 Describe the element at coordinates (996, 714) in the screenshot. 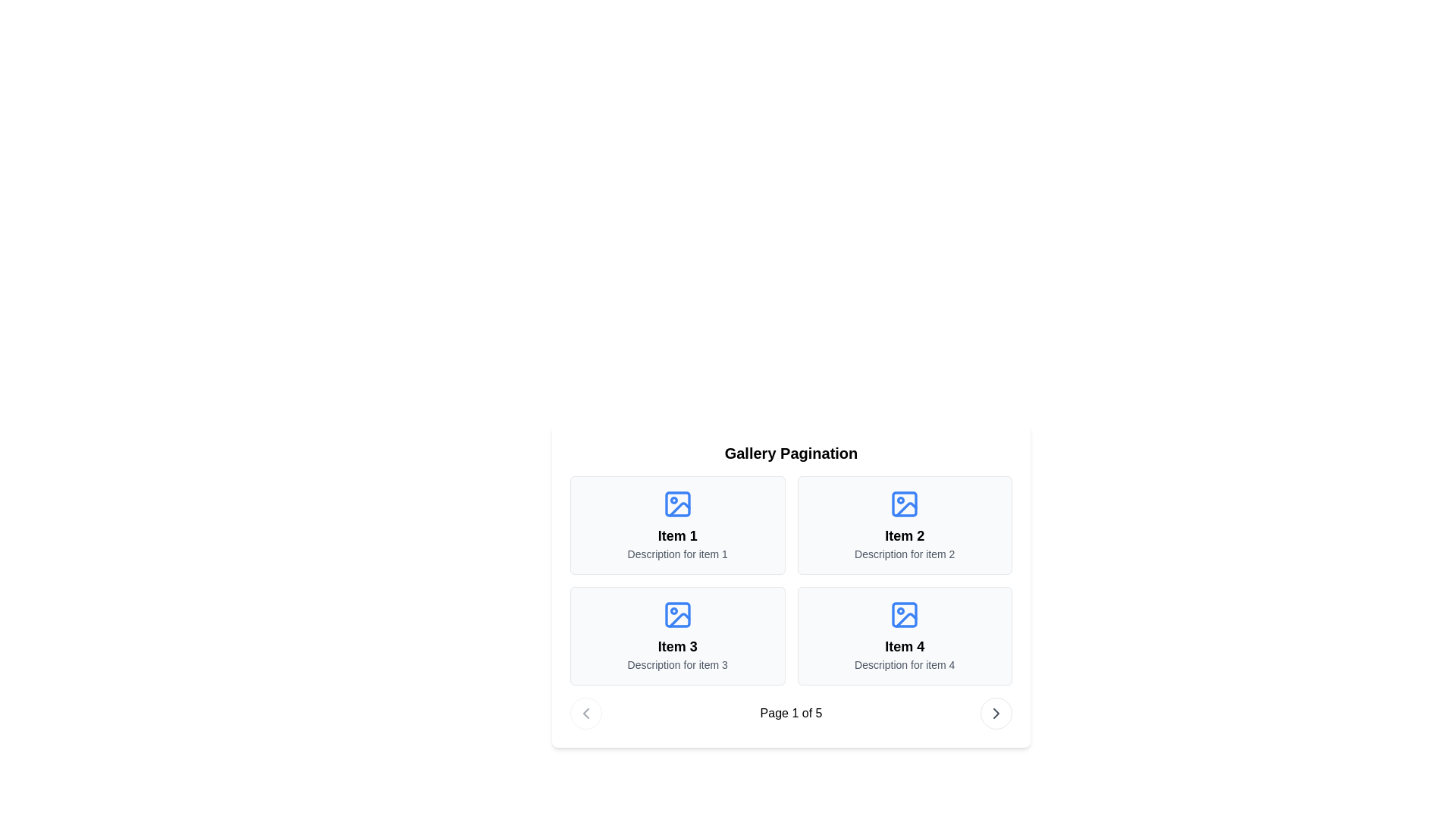

I see `the 'Next' button icon located in the bottom-right of the 'Gallery Pagination' section` at that location.